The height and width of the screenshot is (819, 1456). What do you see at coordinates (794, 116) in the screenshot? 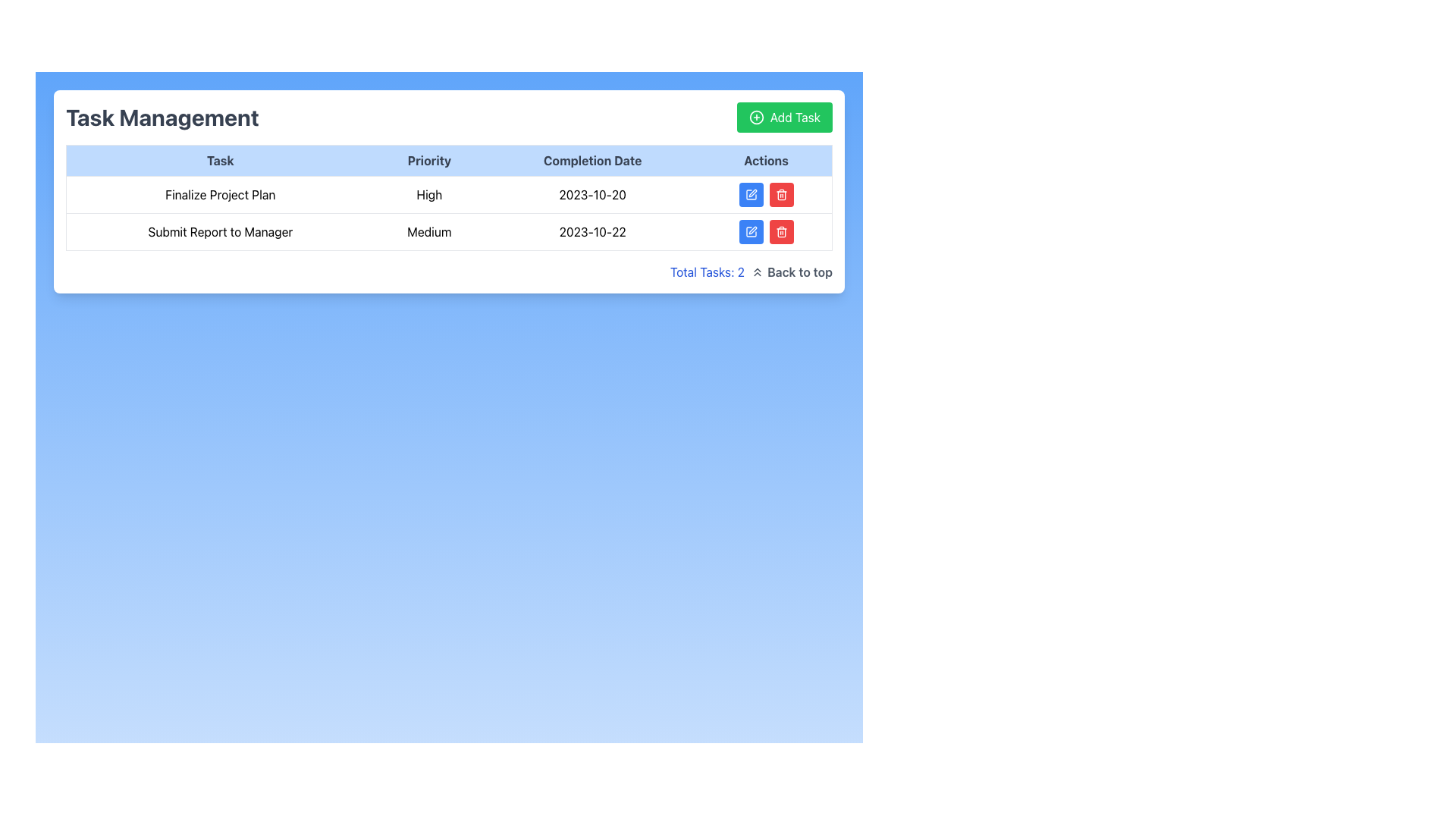
I see `the text label within the button component located near the top-right corner of the interface` at bounding box center [794, 116].